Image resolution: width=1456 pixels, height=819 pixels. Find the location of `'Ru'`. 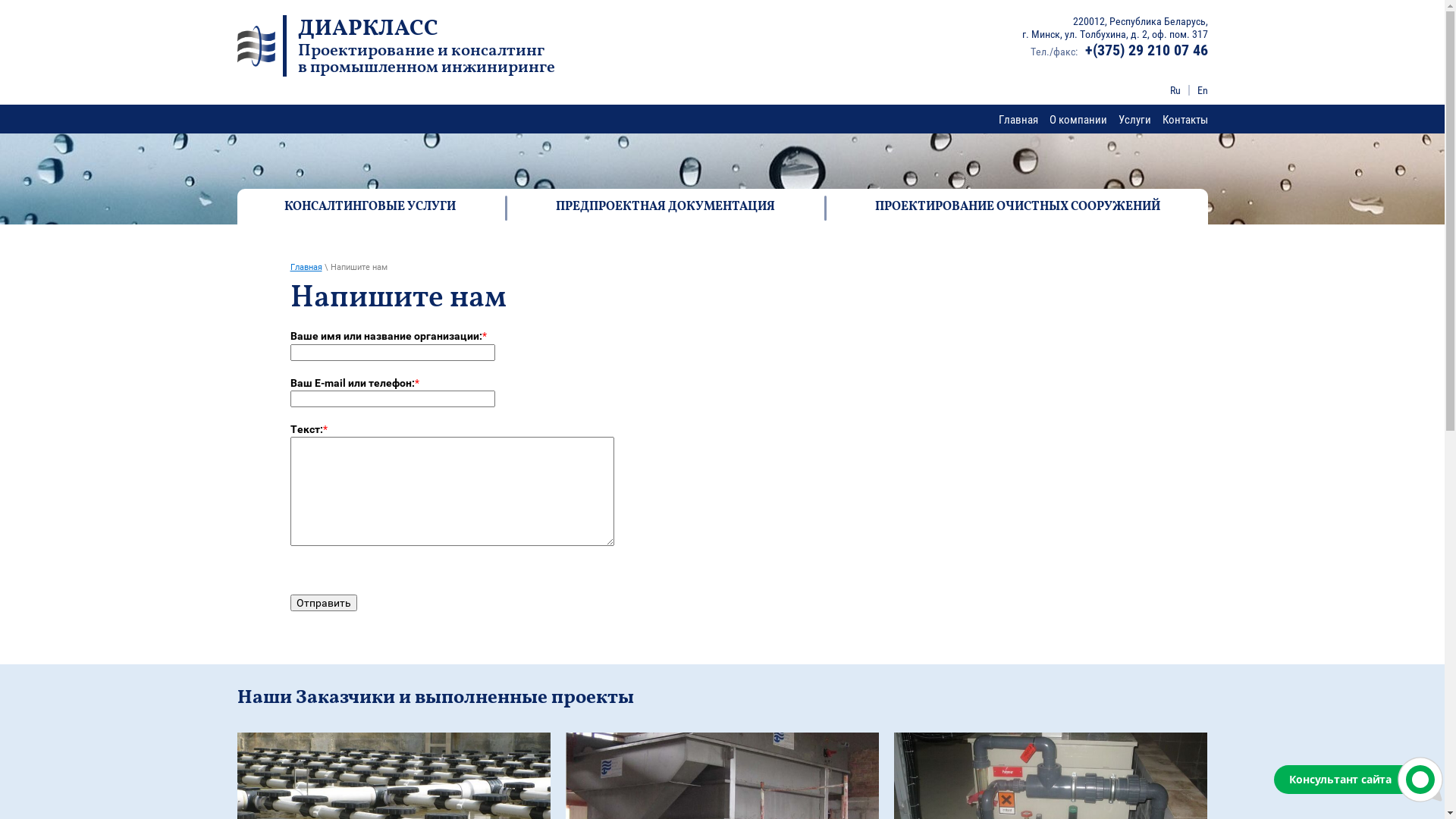

'Ru' is located at coordinates (1174, 90).